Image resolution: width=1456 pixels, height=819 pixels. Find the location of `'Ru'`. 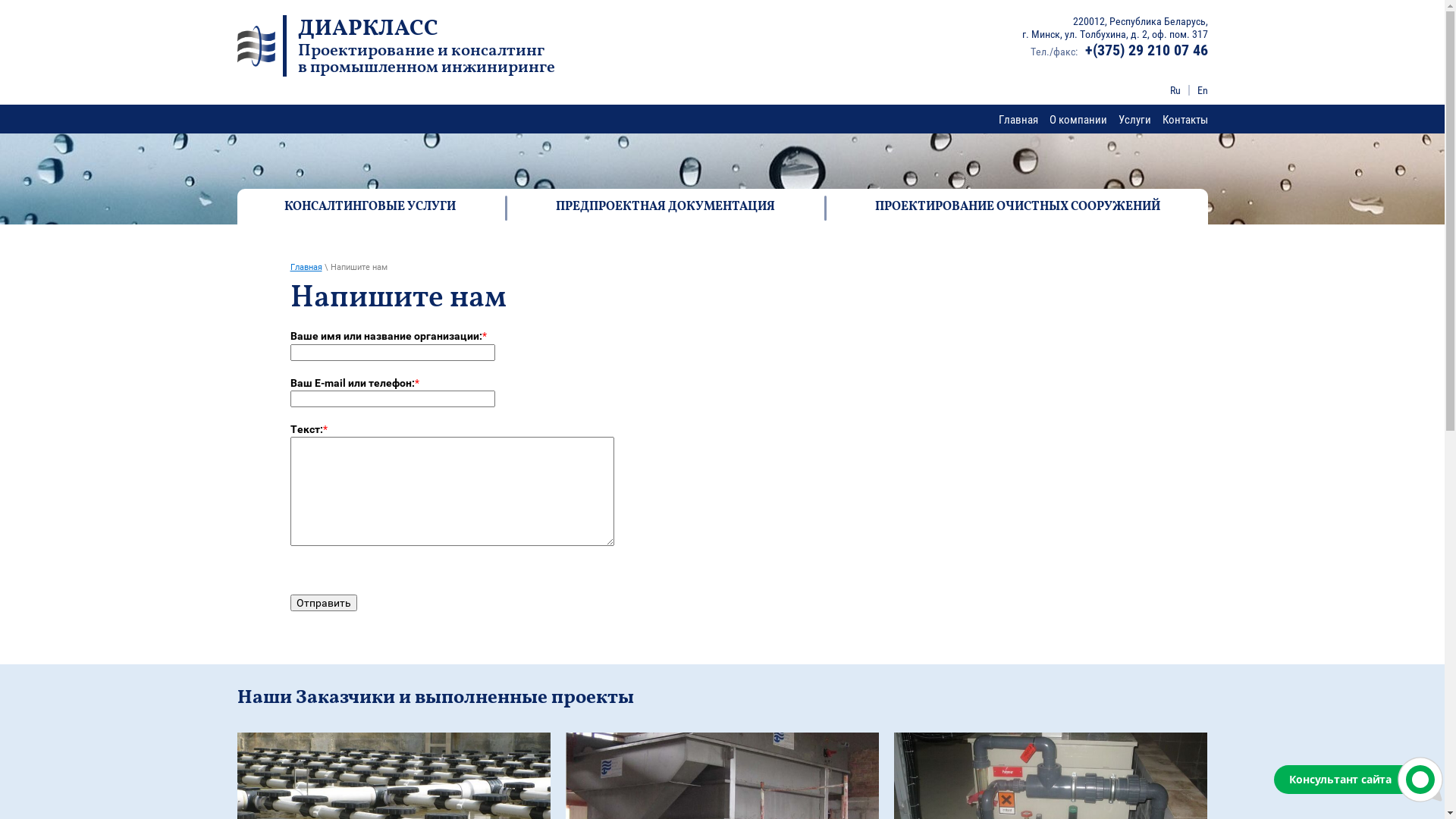

'Ru' is located at coordinates (1174, 90).